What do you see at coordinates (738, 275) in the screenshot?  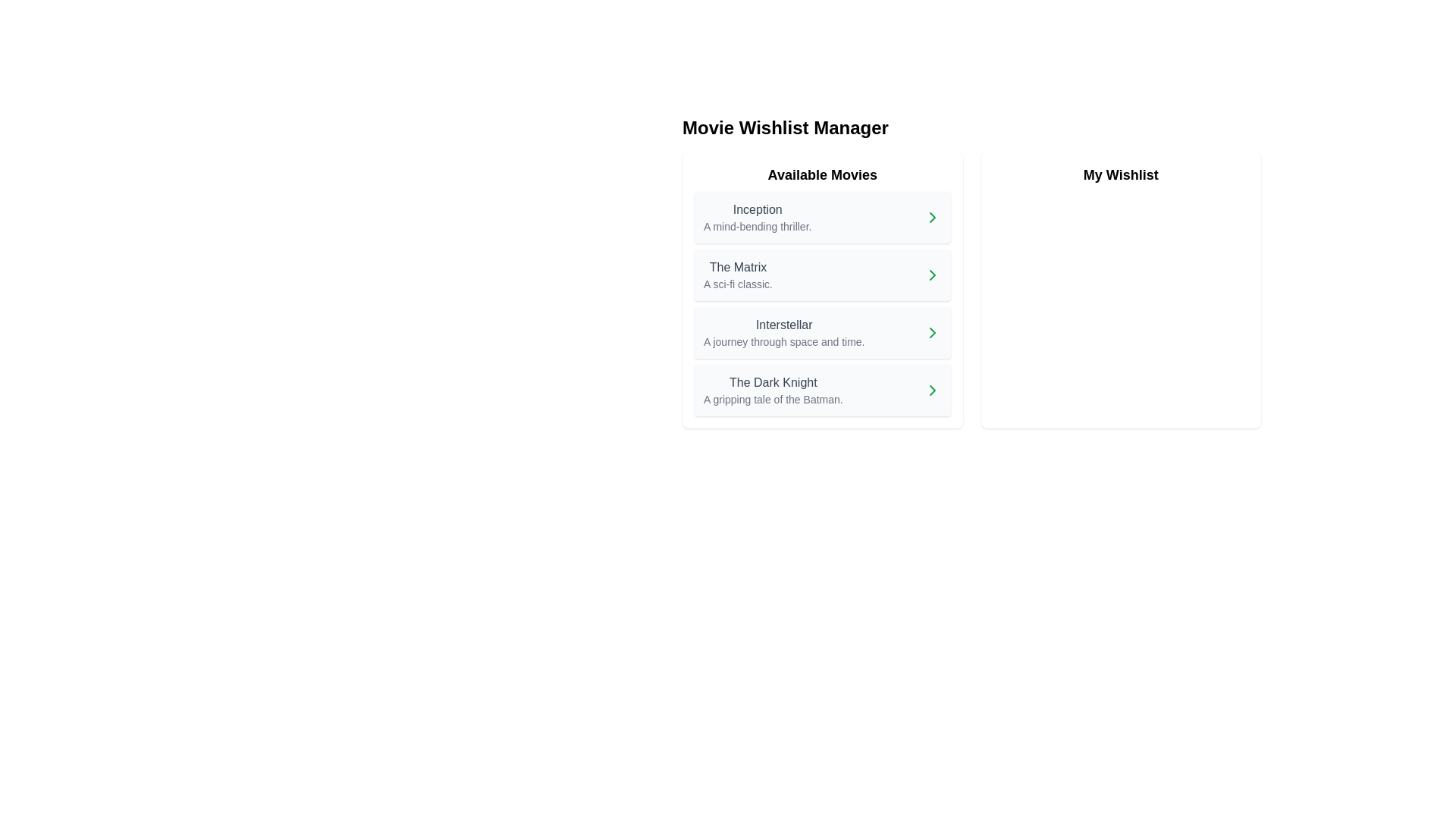 I see `text displayed in the second movie information block in the 'Available Movies' section, which contains the title and description of the movie` at bounding box center [738, 275].